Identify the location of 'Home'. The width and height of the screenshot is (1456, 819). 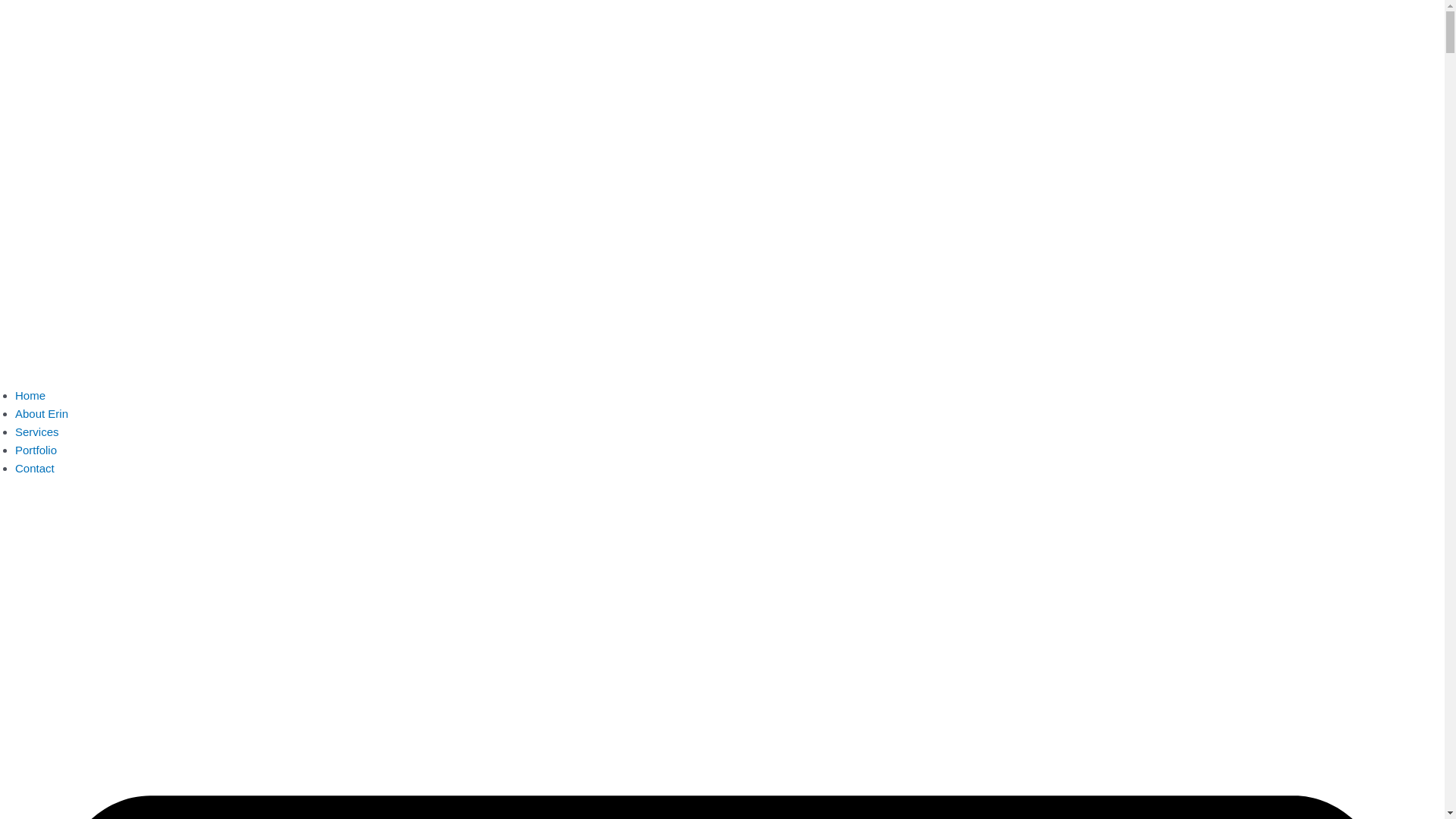
(30, 394).